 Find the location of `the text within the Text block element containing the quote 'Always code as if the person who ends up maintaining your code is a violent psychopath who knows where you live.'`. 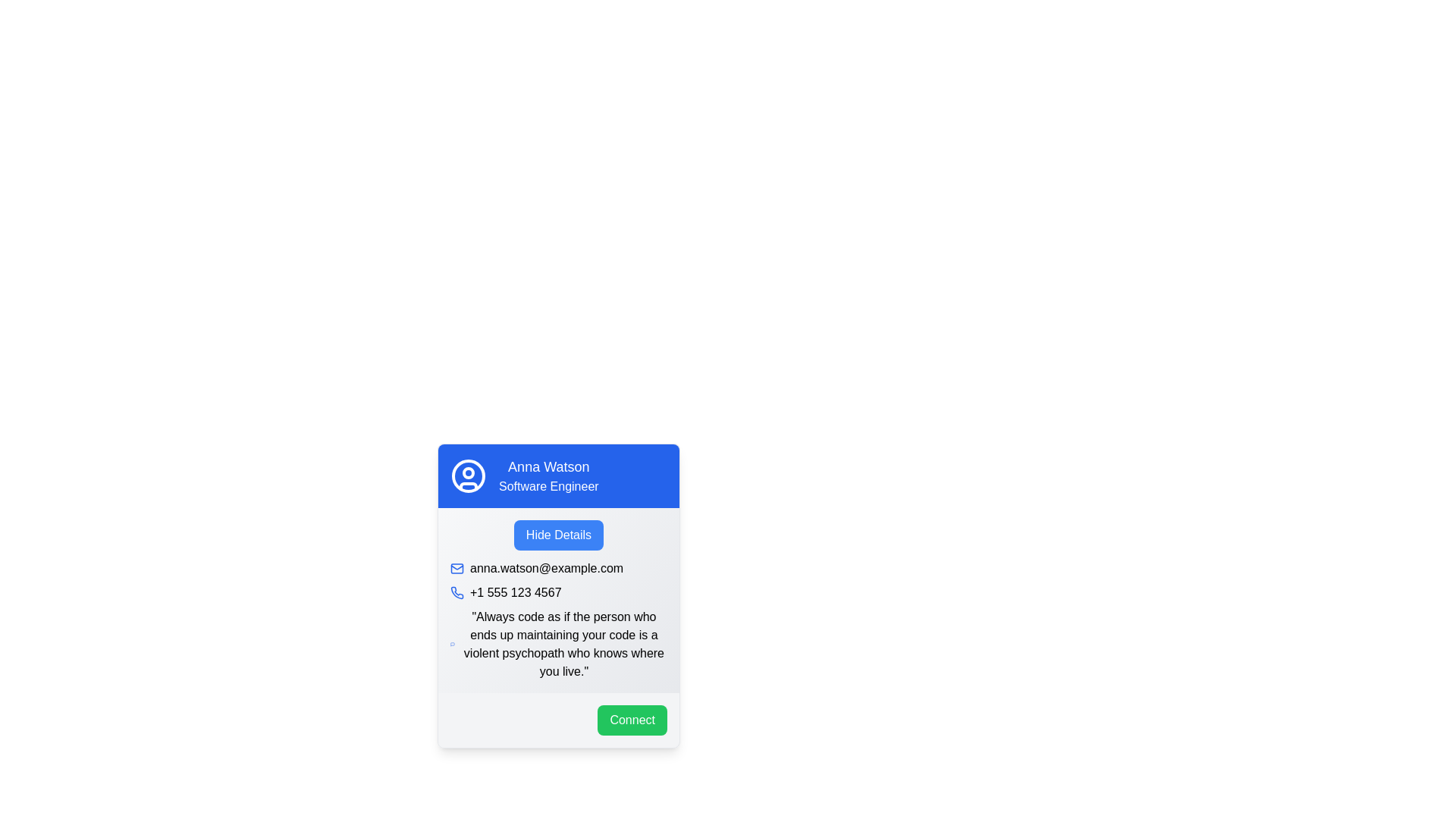

the text within the Text block element containing the quote 'Always code as if the person who ends up maintaining your code is a violent psychopath who knows where you live.' is located at coordinates (558, 644).